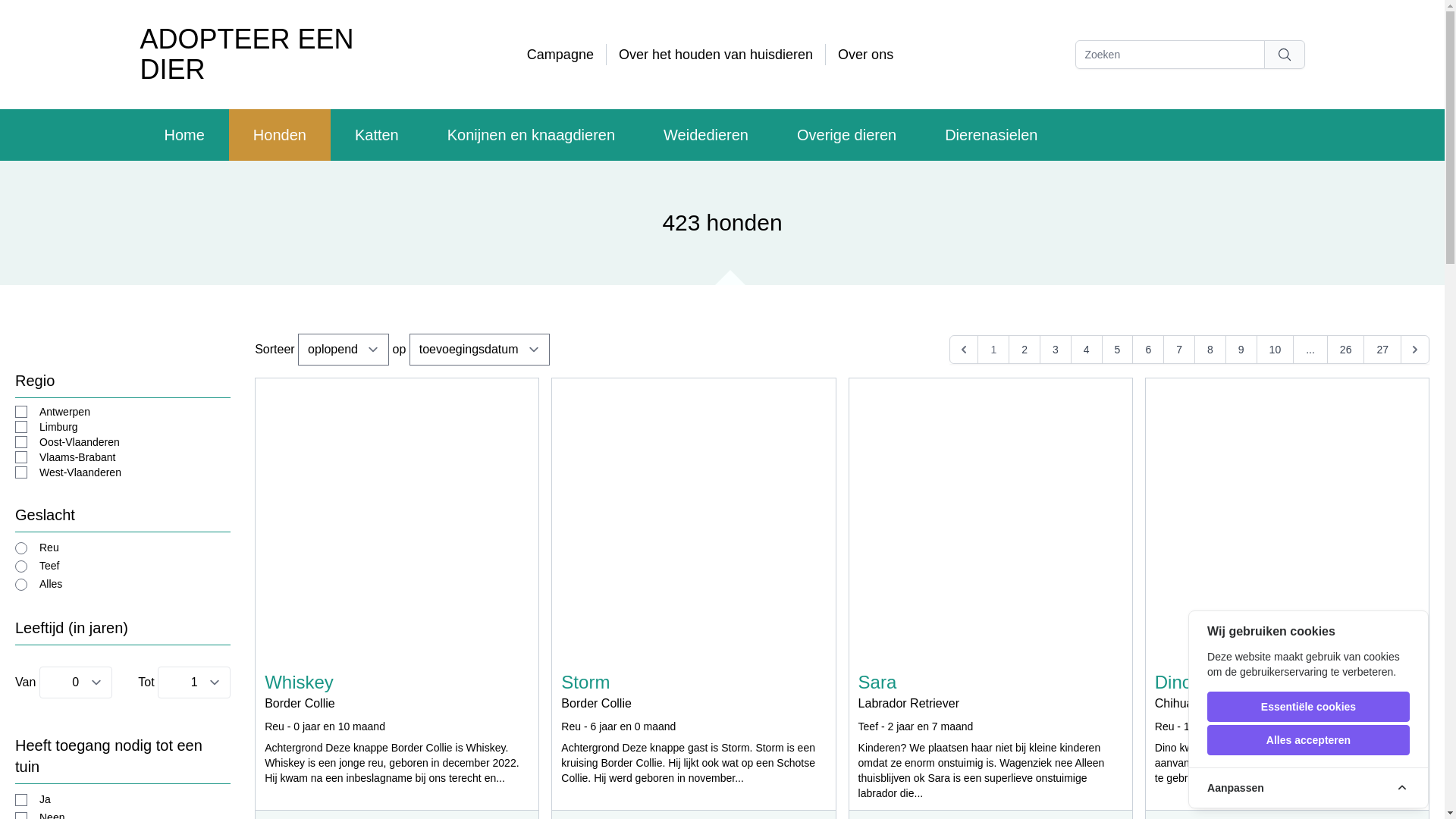  I want to click on 'ADOPTEER EEN DIER', so click(139, 54).